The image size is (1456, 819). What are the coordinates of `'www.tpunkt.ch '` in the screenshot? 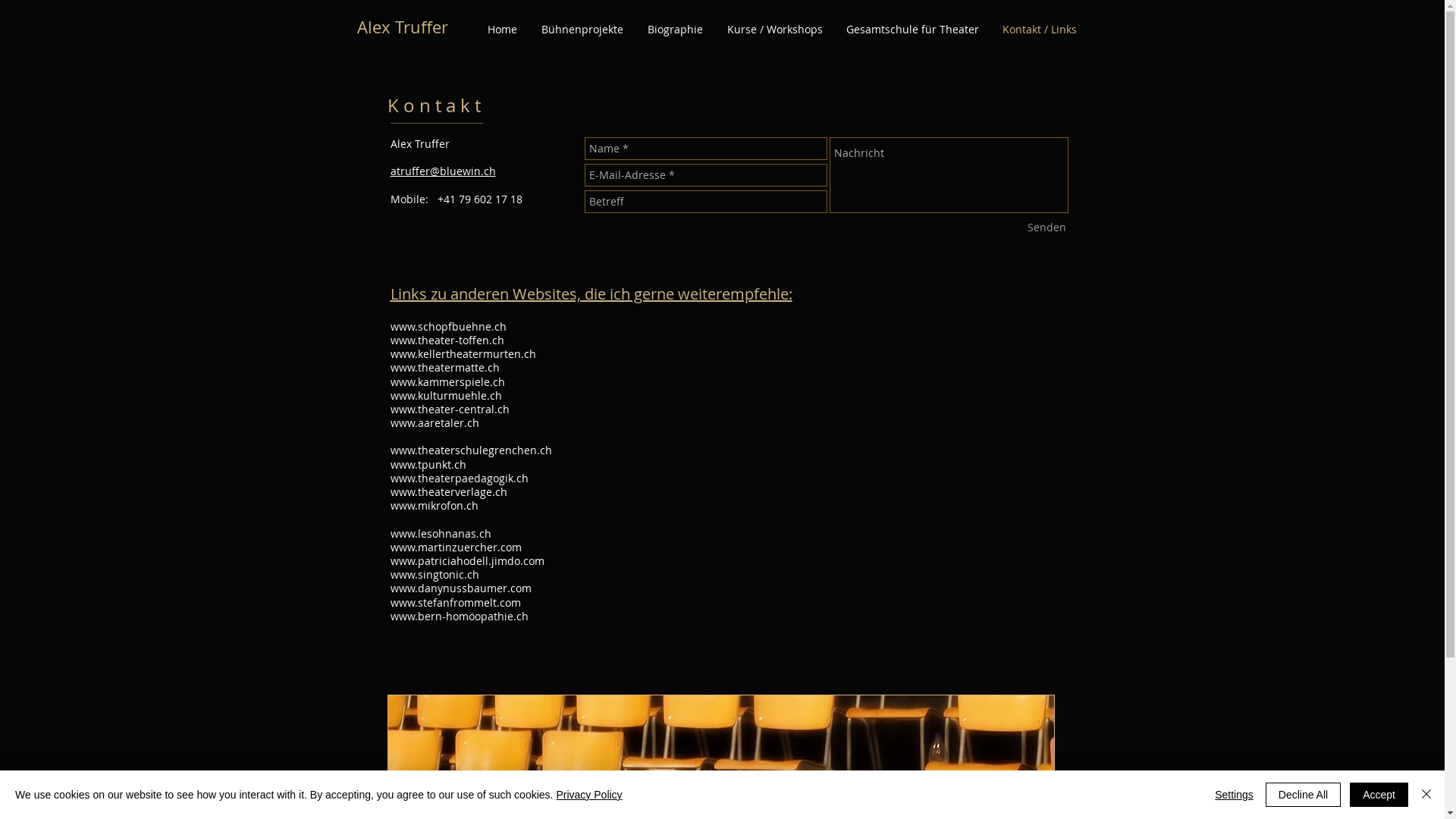 It's located at (428, 463).